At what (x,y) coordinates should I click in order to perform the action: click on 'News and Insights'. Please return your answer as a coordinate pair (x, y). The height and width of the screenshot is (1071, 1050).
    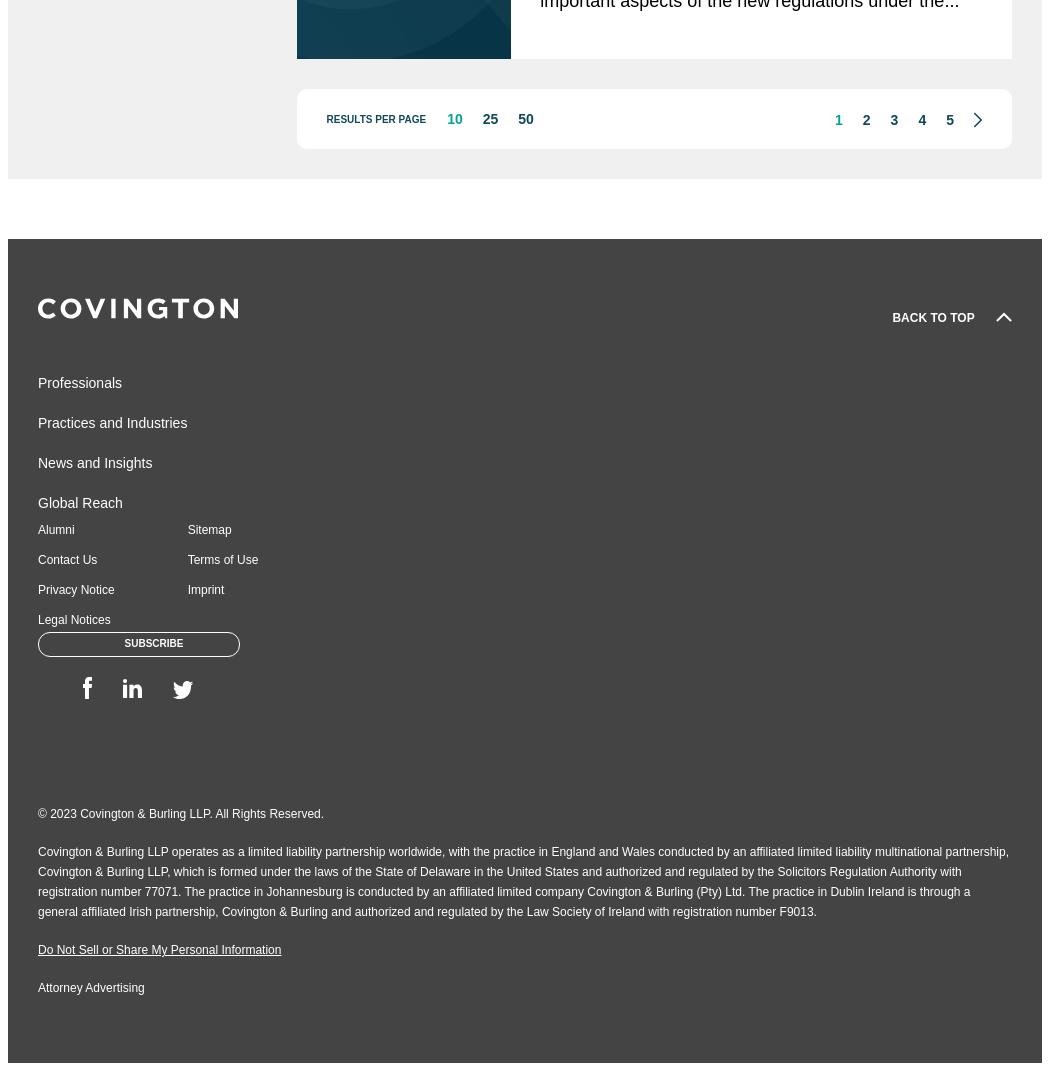
    Looking at the image, I should click on (95, 461).